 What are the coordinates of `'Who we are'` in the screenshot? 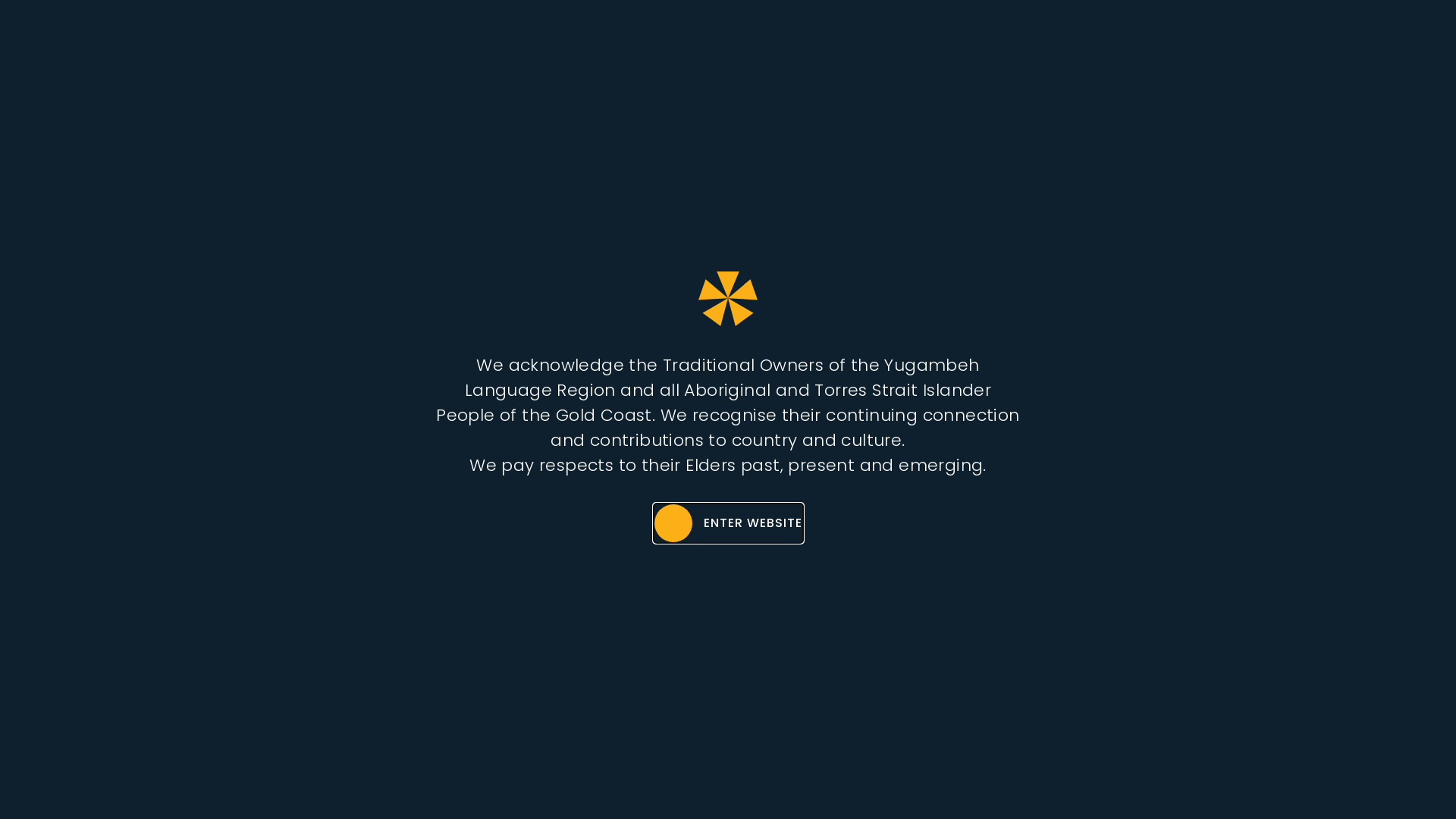 It's located at (736, 43).